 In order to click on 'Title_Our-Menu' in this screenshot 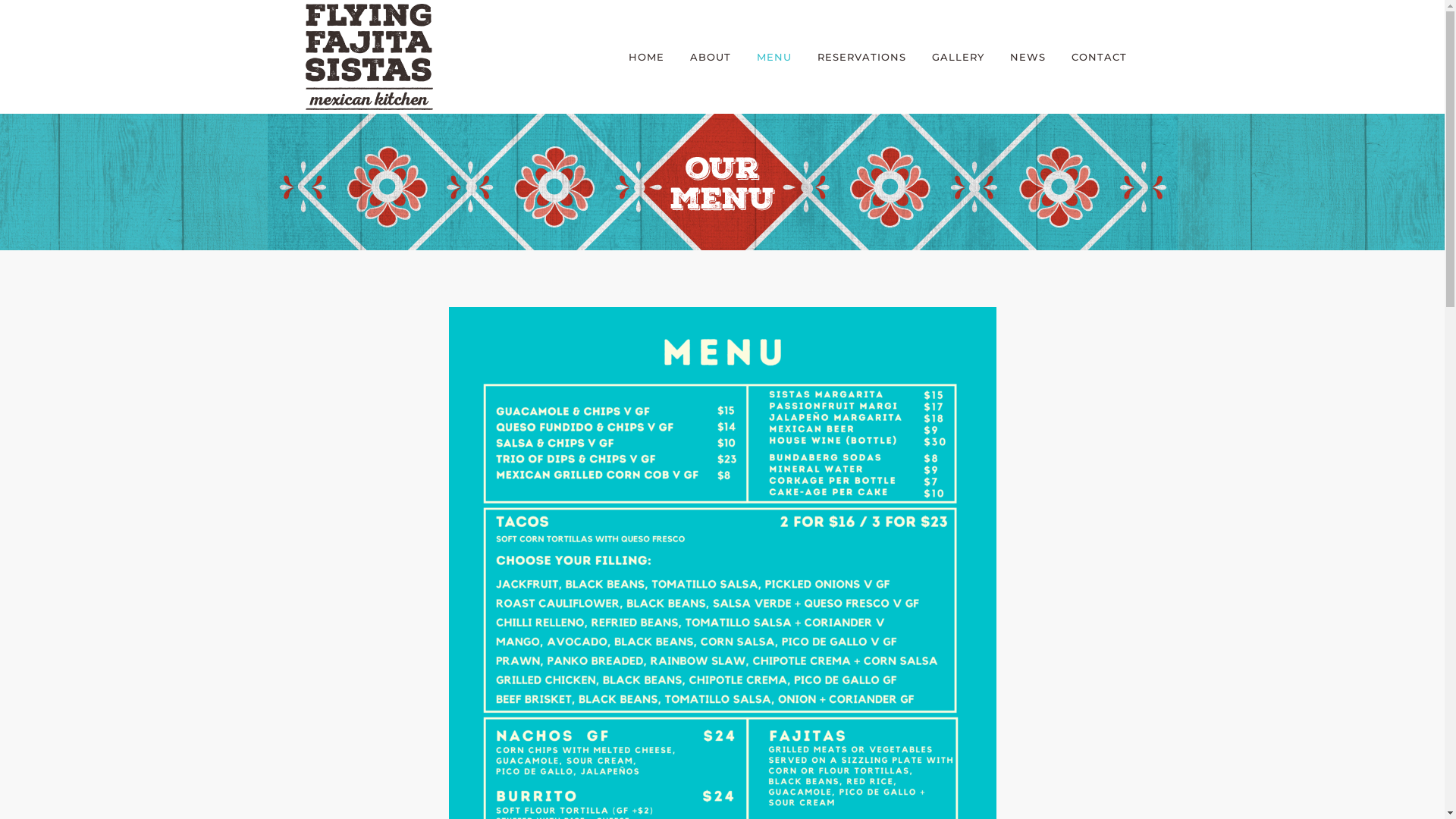, I will do `click(720, 180)`.